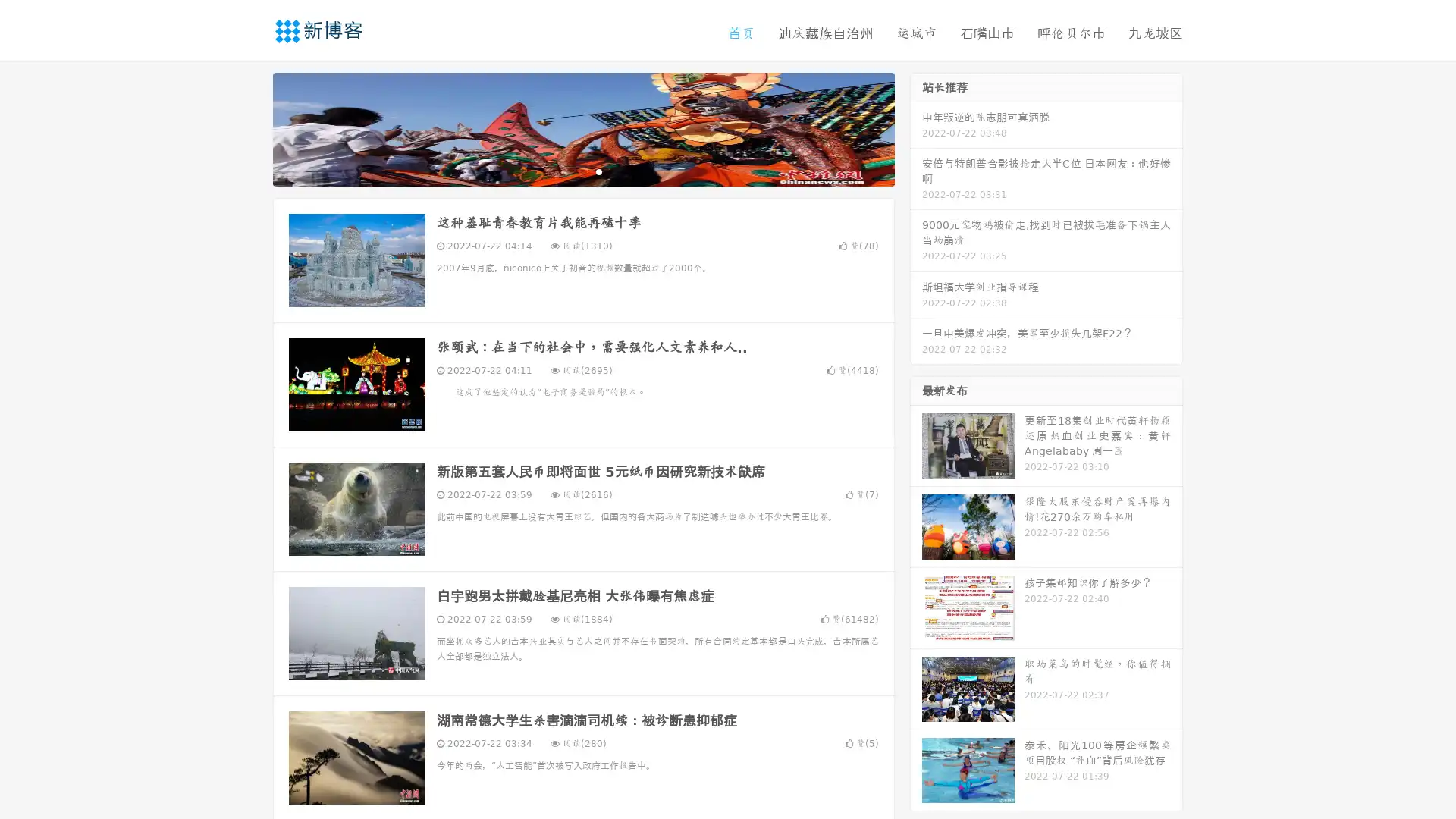 The width and height of the screenshot is (1456, 819). What do you see at coordinates (582, 171) in the screenshot?
I see `Go to slide 2` at bounding box center [582, 171].